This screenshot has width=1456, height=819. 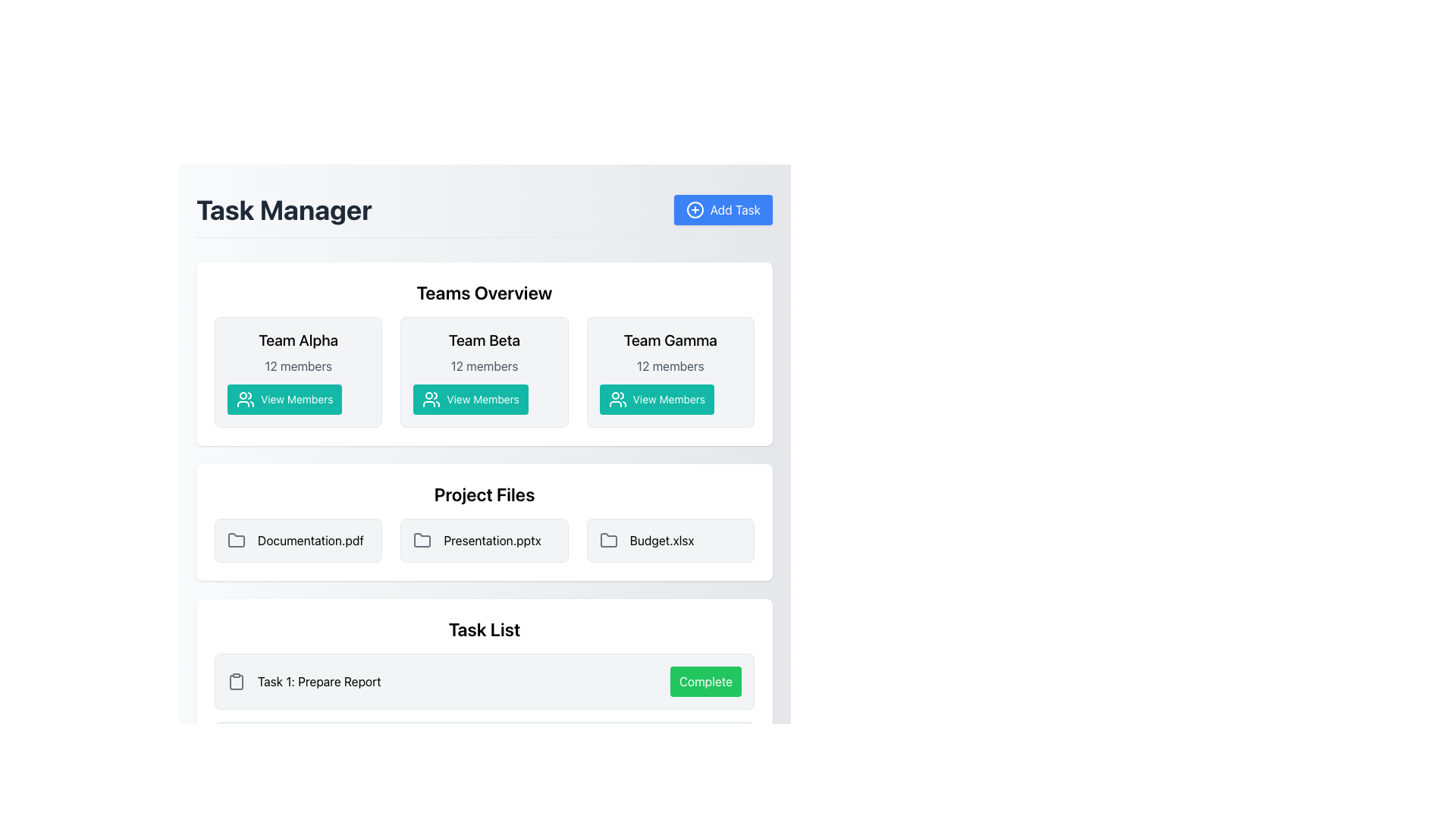 I want to click on the Text Label for the team, so click(x=669, y=339).